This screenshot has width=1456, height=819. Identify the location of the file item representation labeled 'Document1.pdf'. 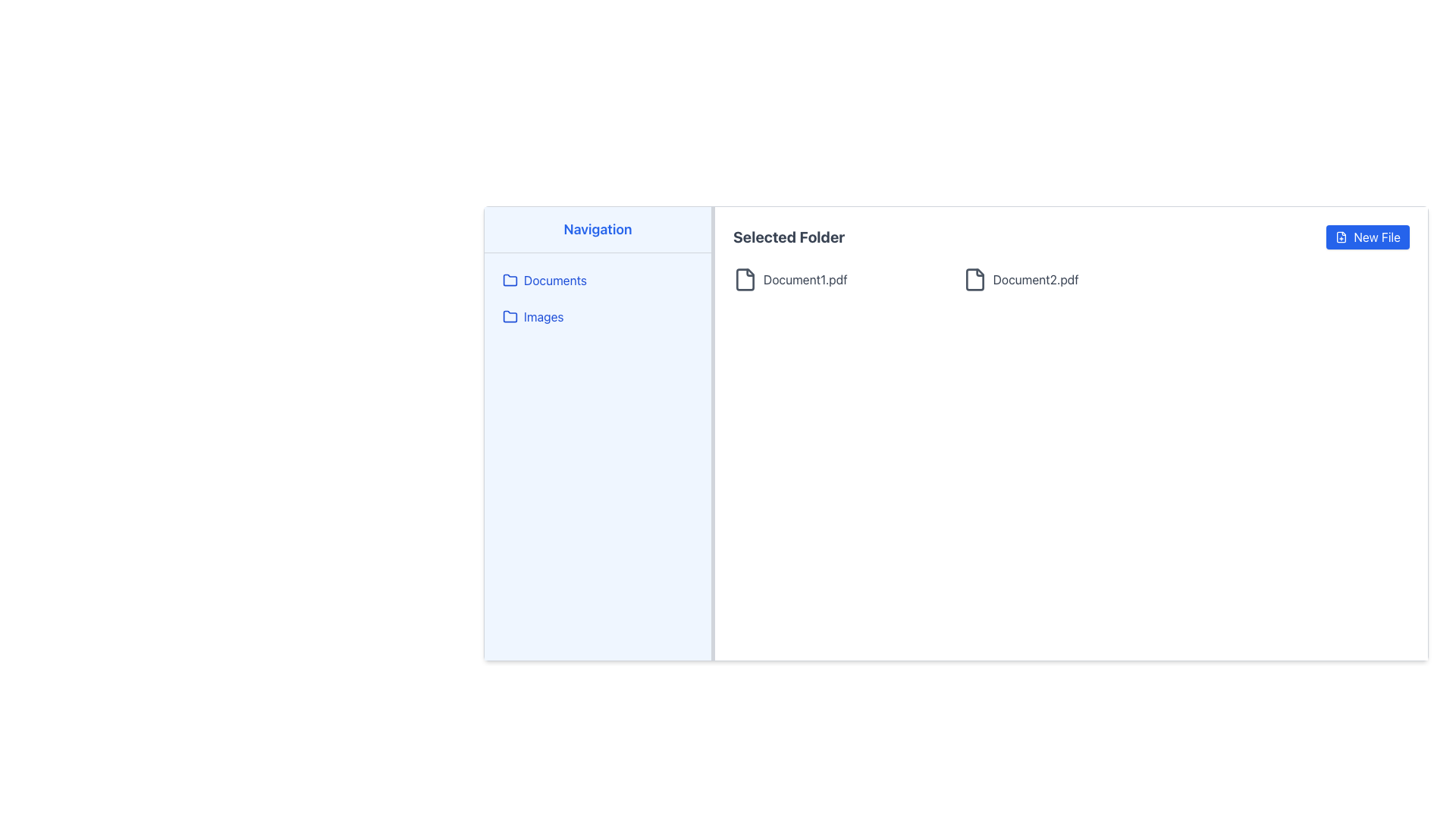
(840, 280).